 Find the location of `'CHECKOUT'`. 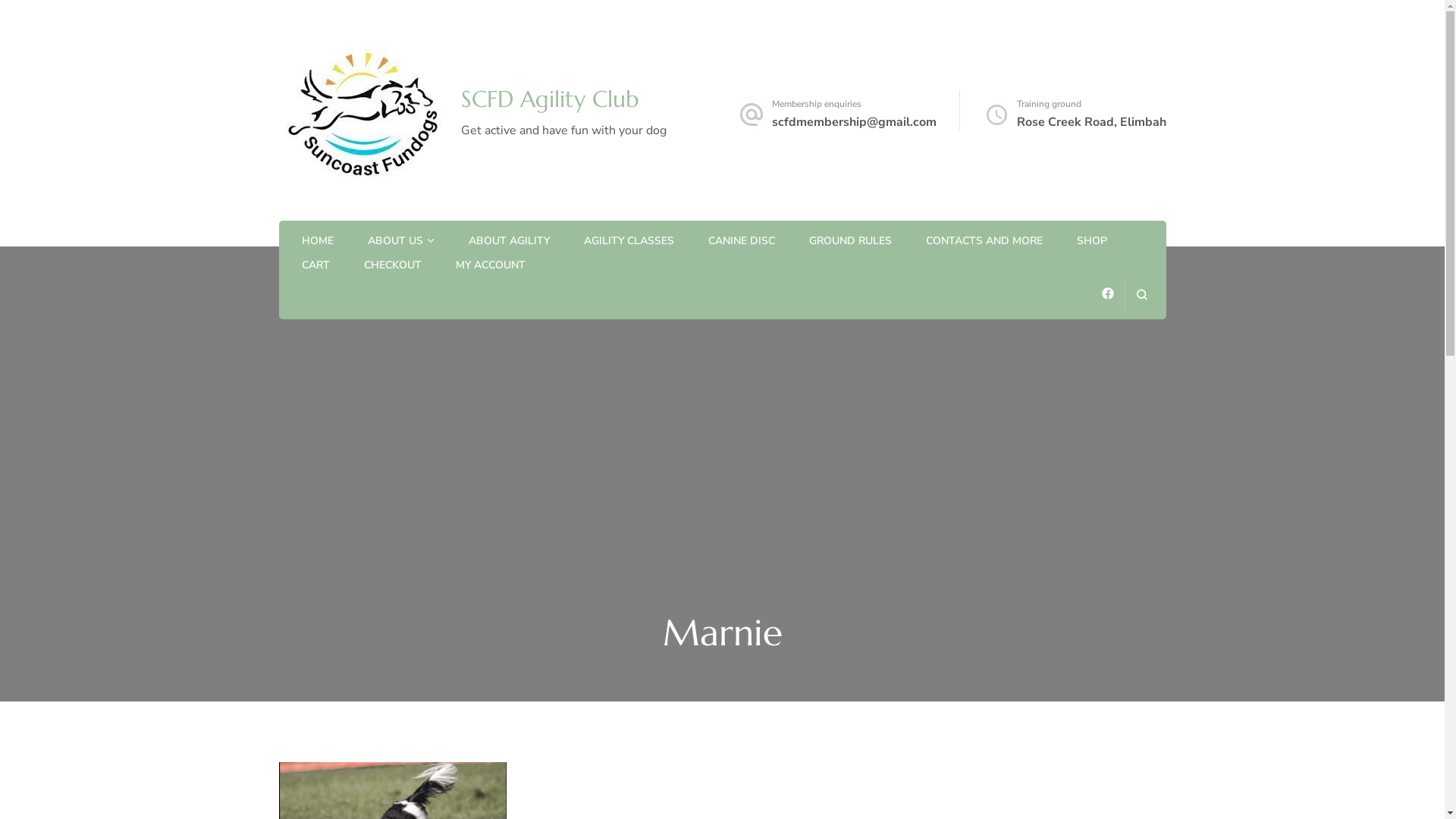

'CHECKOUT' is located at coordinates (393, 265).